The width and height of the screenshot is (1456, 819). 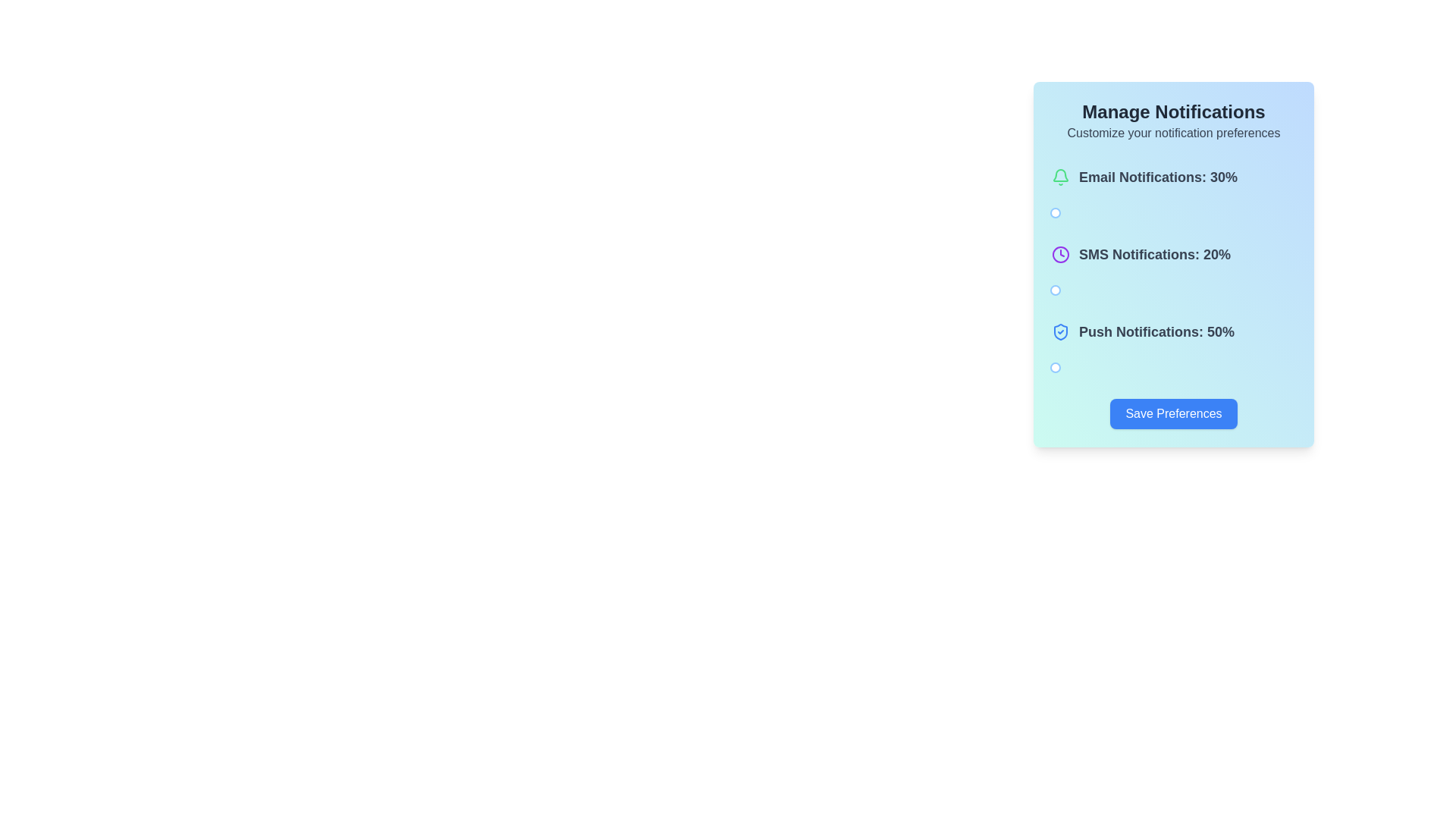 What do you see at coordinates (1059, 253) in the screenshot?
I see `the appearance of the clock icon represented by a circle in the notification preferences panel, located next to the 'SMS Notifications: 20%' label` at bounding box center [1059, 253].